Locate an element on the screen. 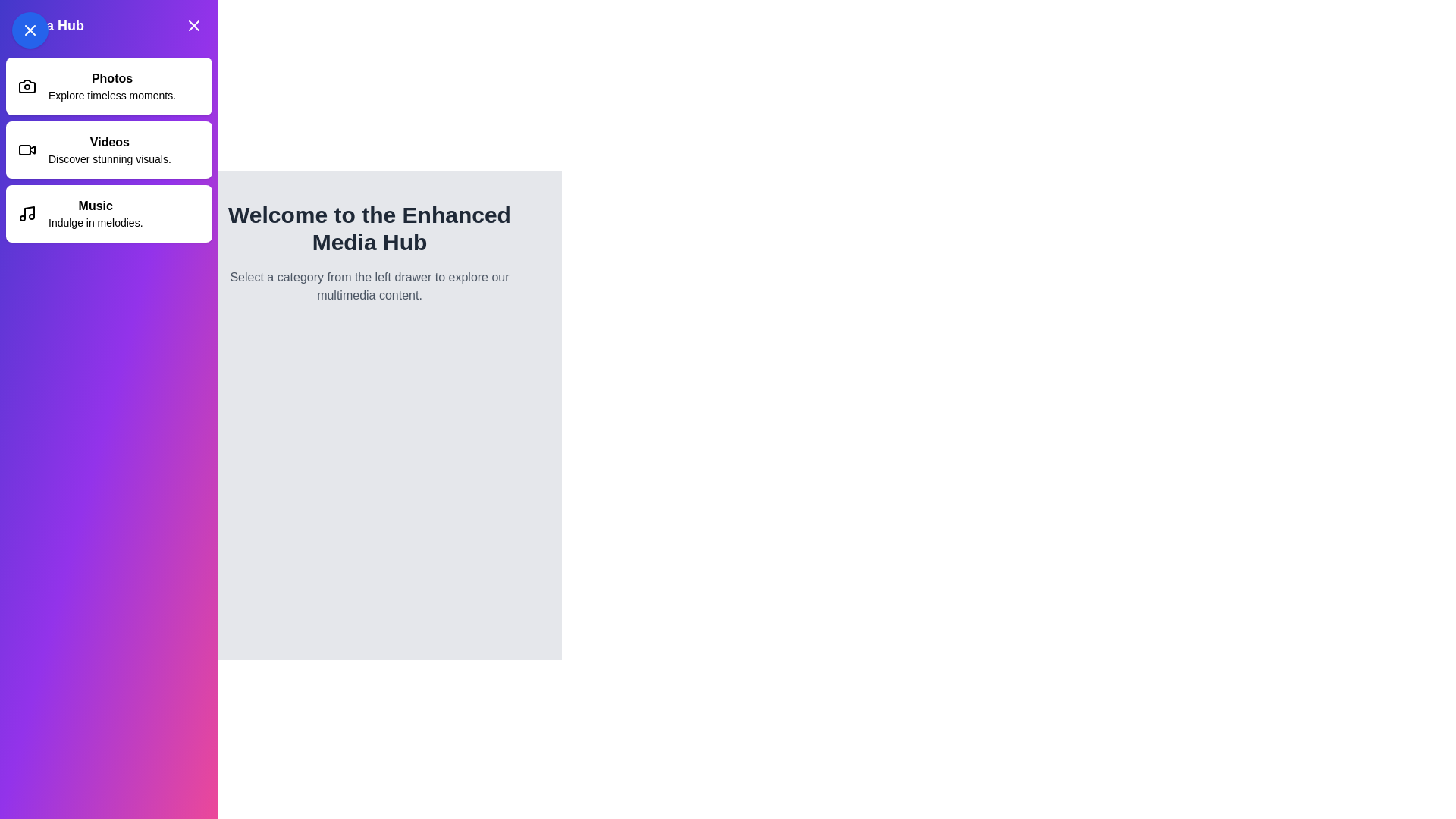 This screenshot has height=819, width=1456. the 'Media Hub' header text button is located at coordinates (108, 26).